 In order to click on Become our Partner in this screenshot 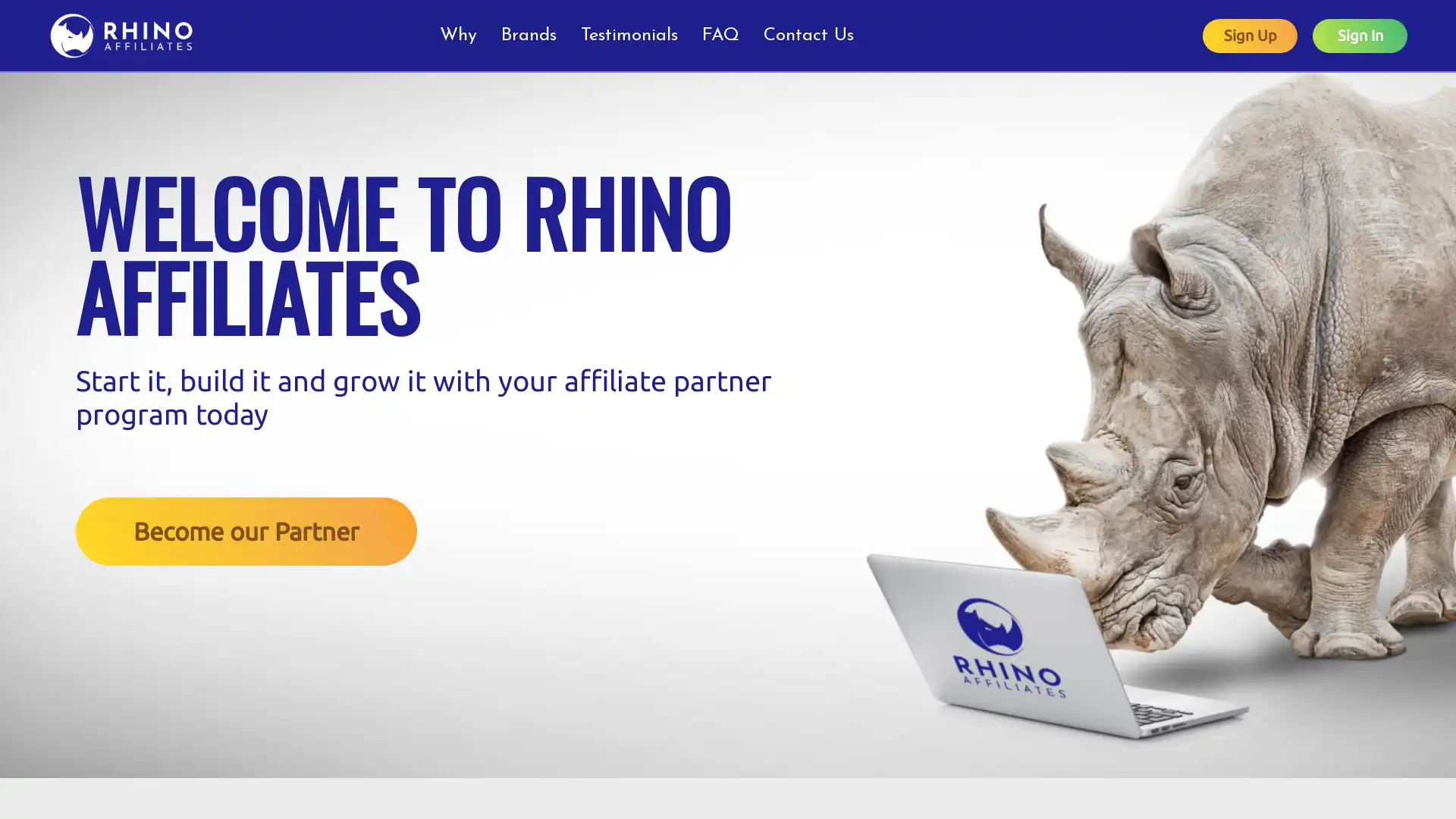, I will do `click(246, 529)`.